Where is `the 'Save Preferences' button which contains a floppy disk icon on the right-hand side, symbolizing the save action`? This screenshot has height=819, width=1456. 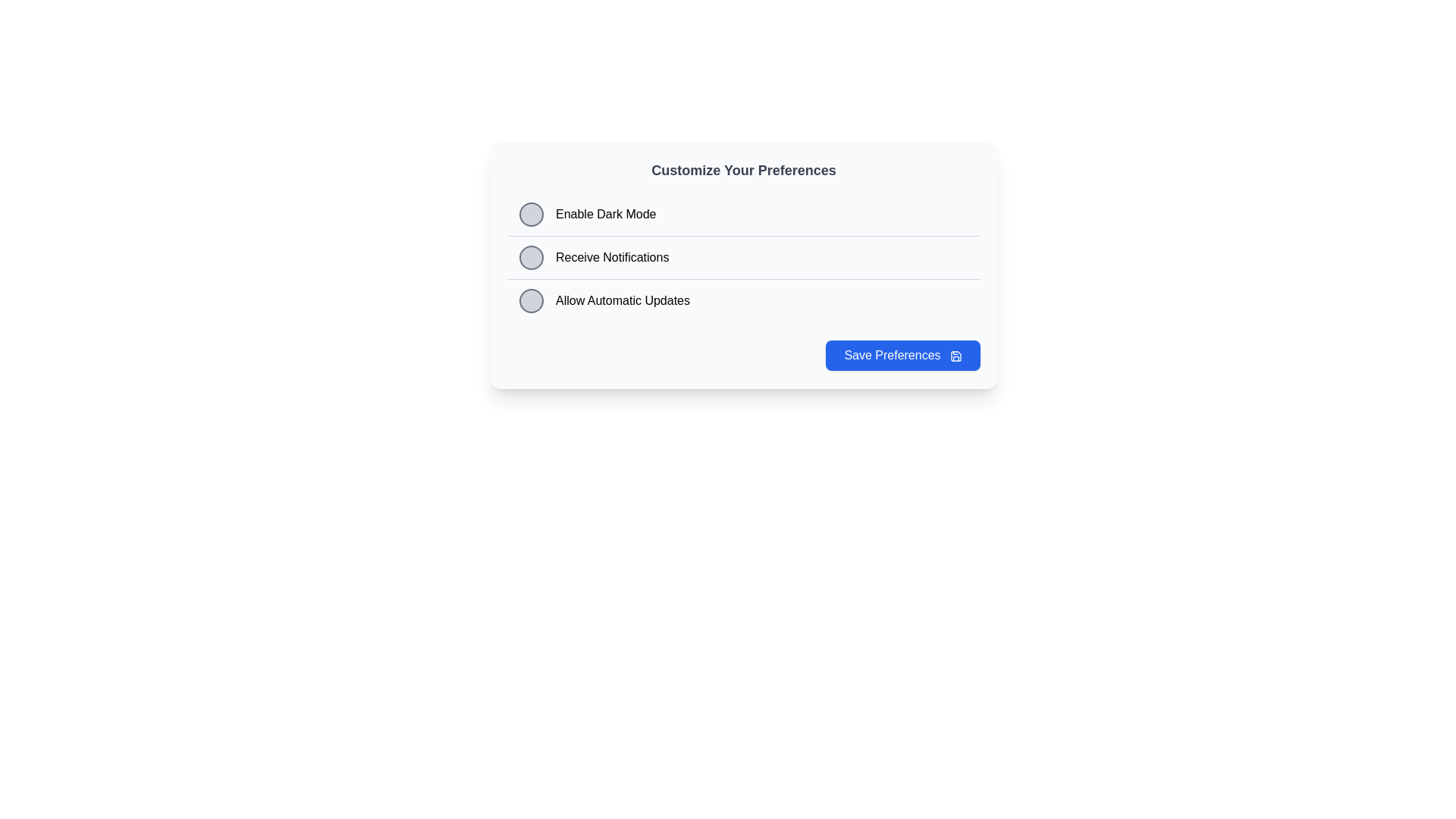 the 'Save Preferences' button which contains a floppy disk icon on the right-hand side, symbolizing the save action is located at coordinates (955, 356).